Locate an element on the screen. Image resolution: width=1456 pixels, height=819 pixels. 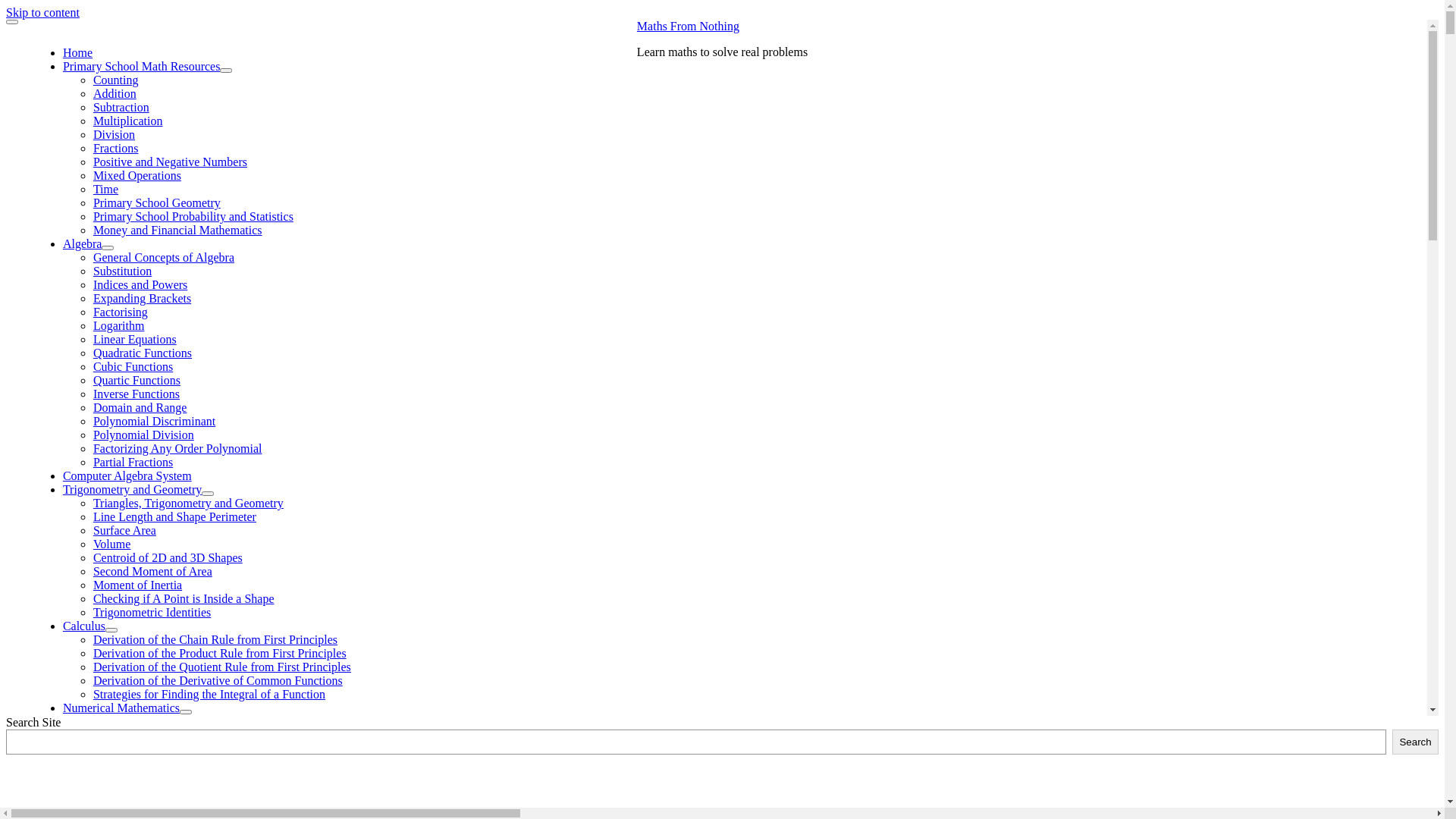
'Volume' is located at coordinates (111, 543).